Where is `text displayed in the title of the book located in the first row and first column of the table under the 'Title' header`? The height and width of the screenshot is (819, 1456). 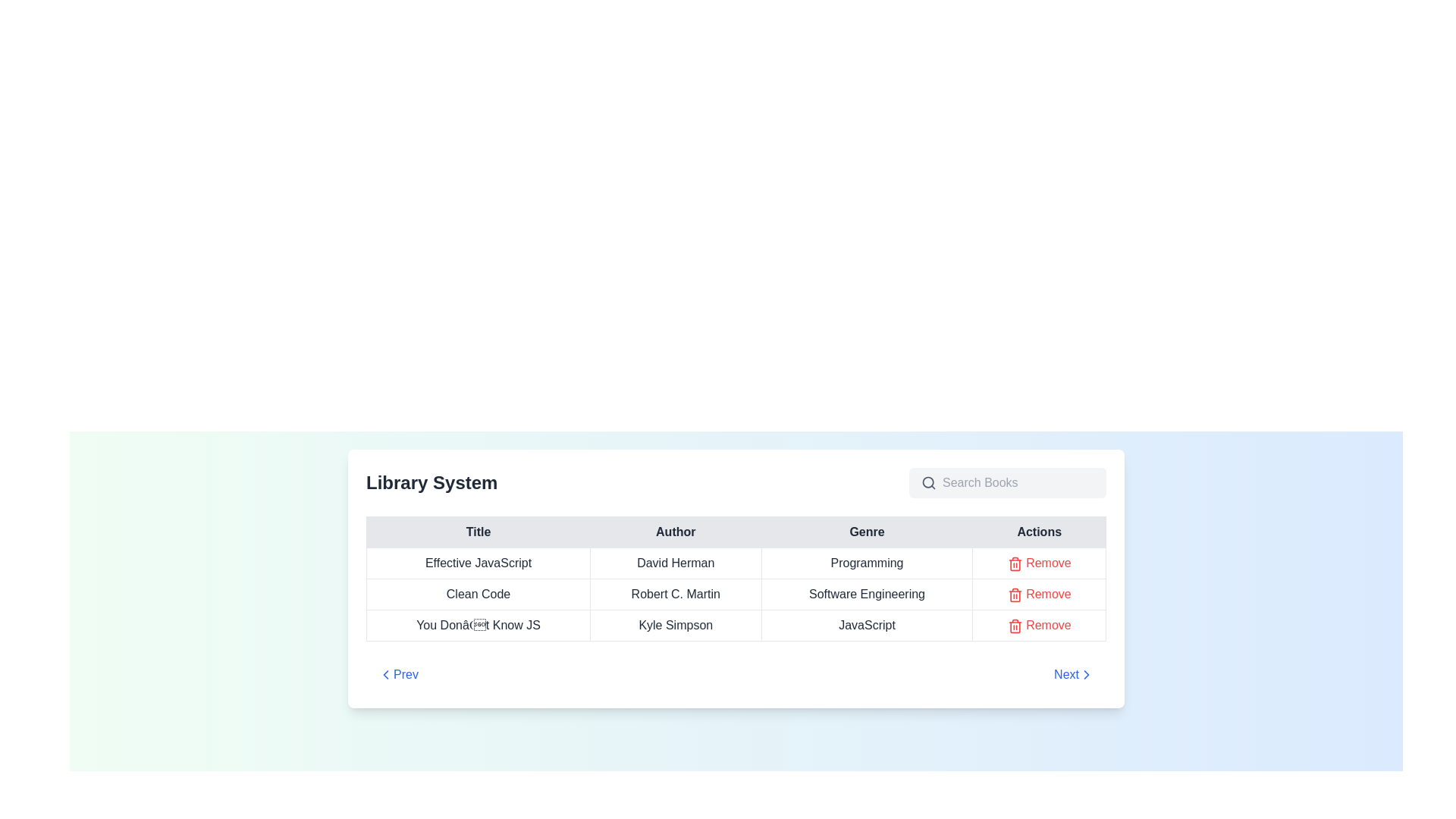 text displayed in the title of the book located in the first row and first column of the table under the 'Title' header is located at coordinates (478, 563).